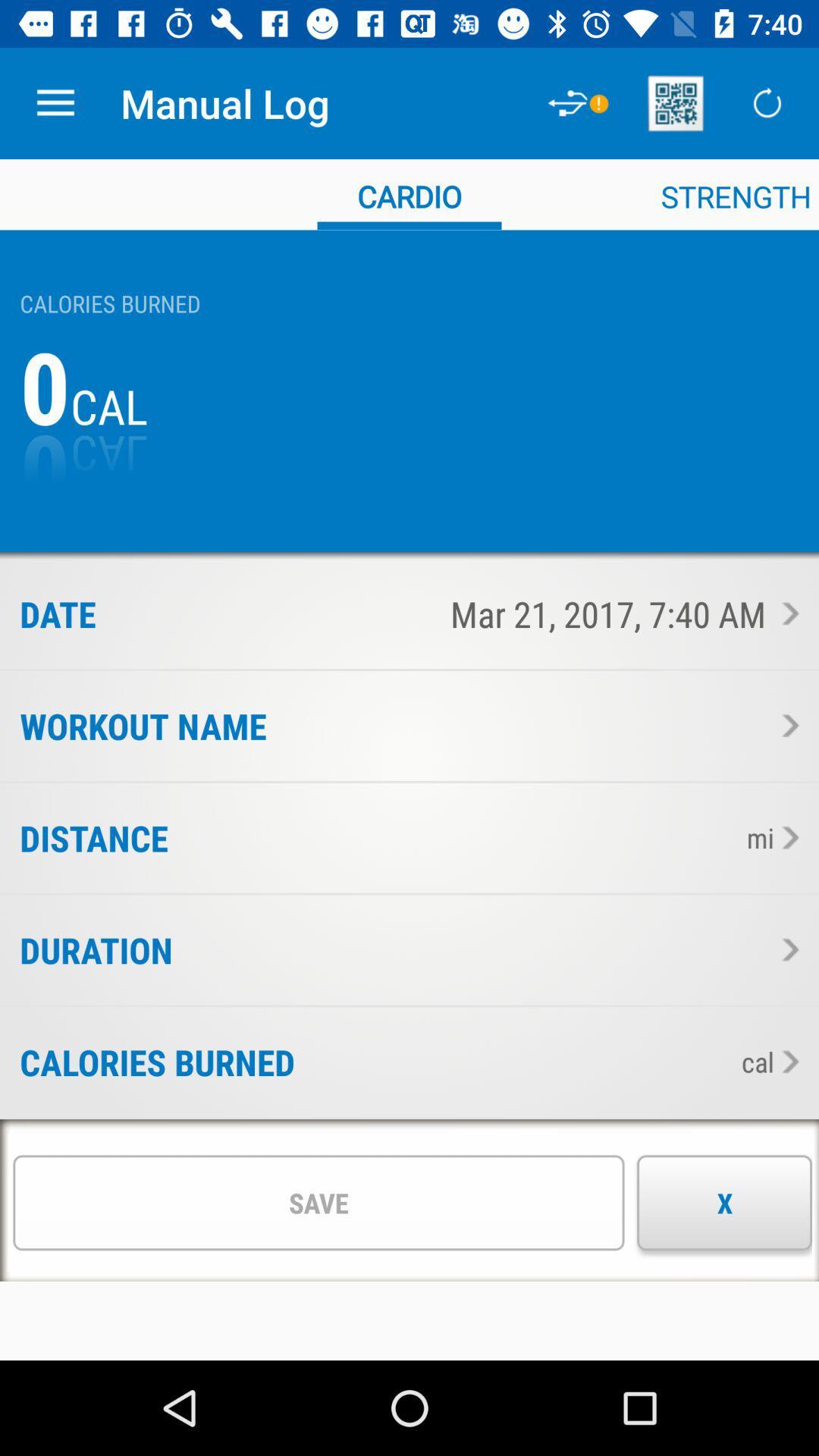 The image size is (819, 1456). Describe the element at coordinates (451, 837) in the screenshot. I see `the icon next to the mi` at that location.